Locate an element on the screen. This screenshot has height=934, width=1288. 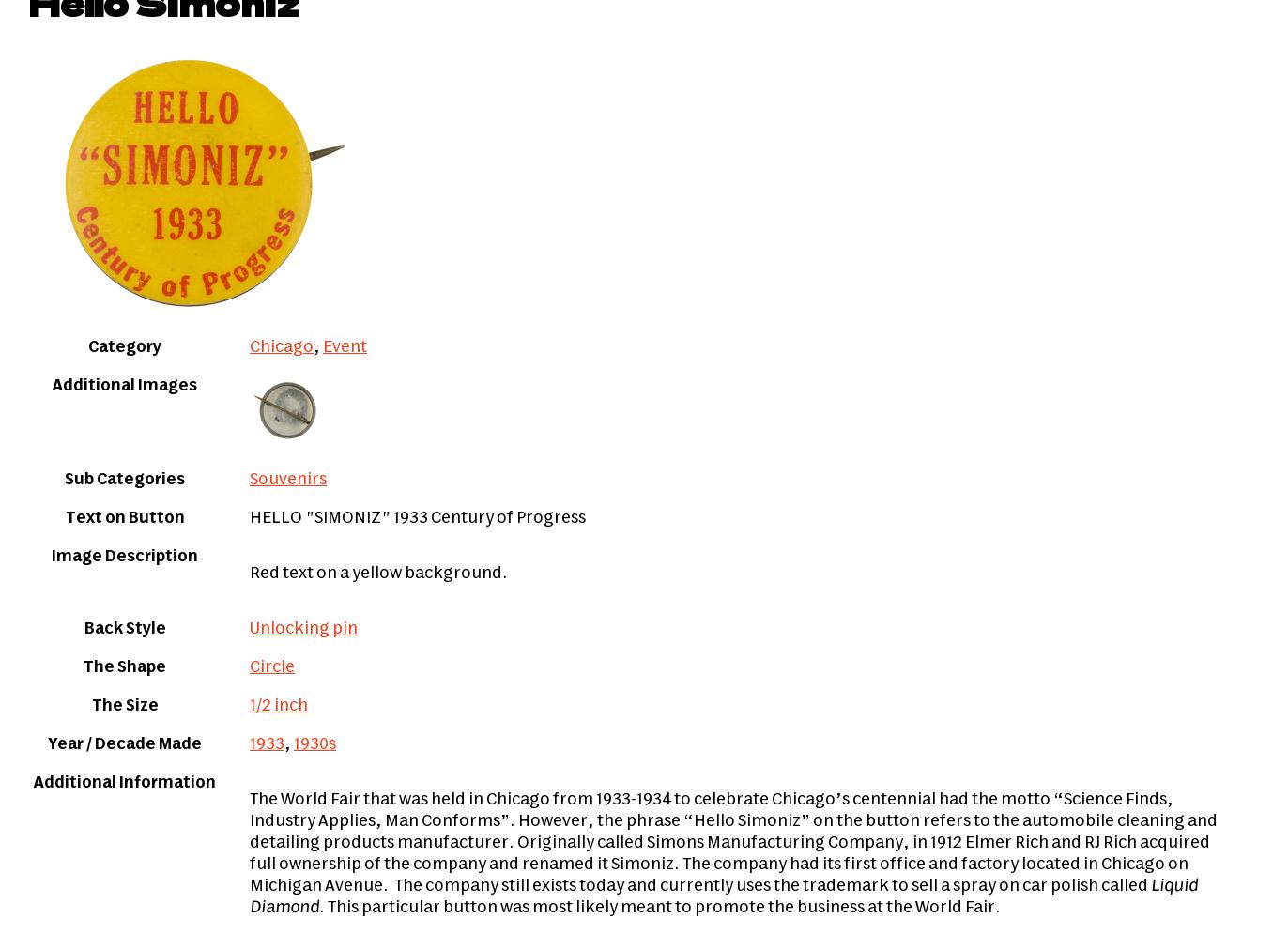
'Event' is located at coordinates (345, 346).